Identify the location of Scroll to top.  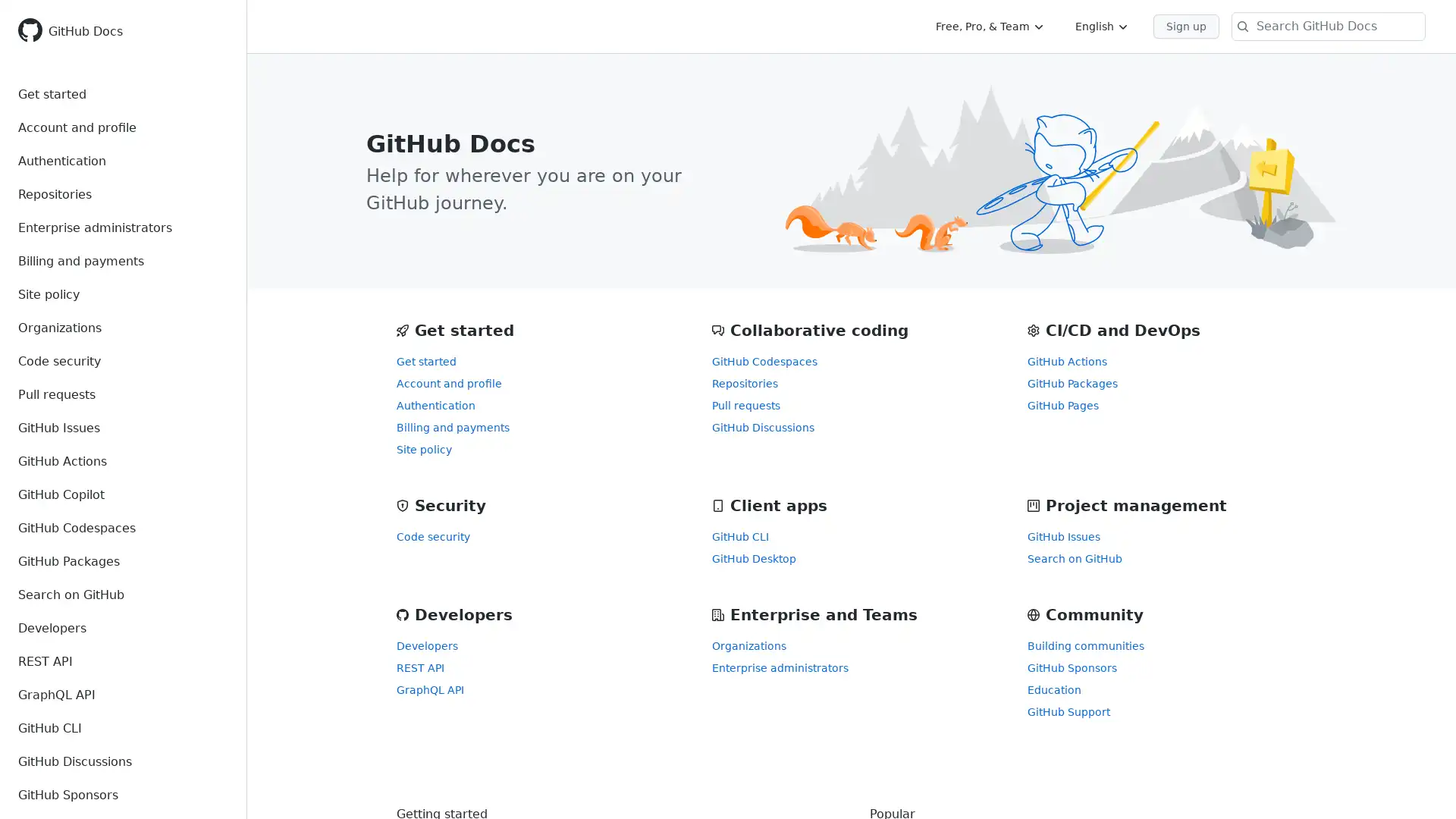
(1422, 785).